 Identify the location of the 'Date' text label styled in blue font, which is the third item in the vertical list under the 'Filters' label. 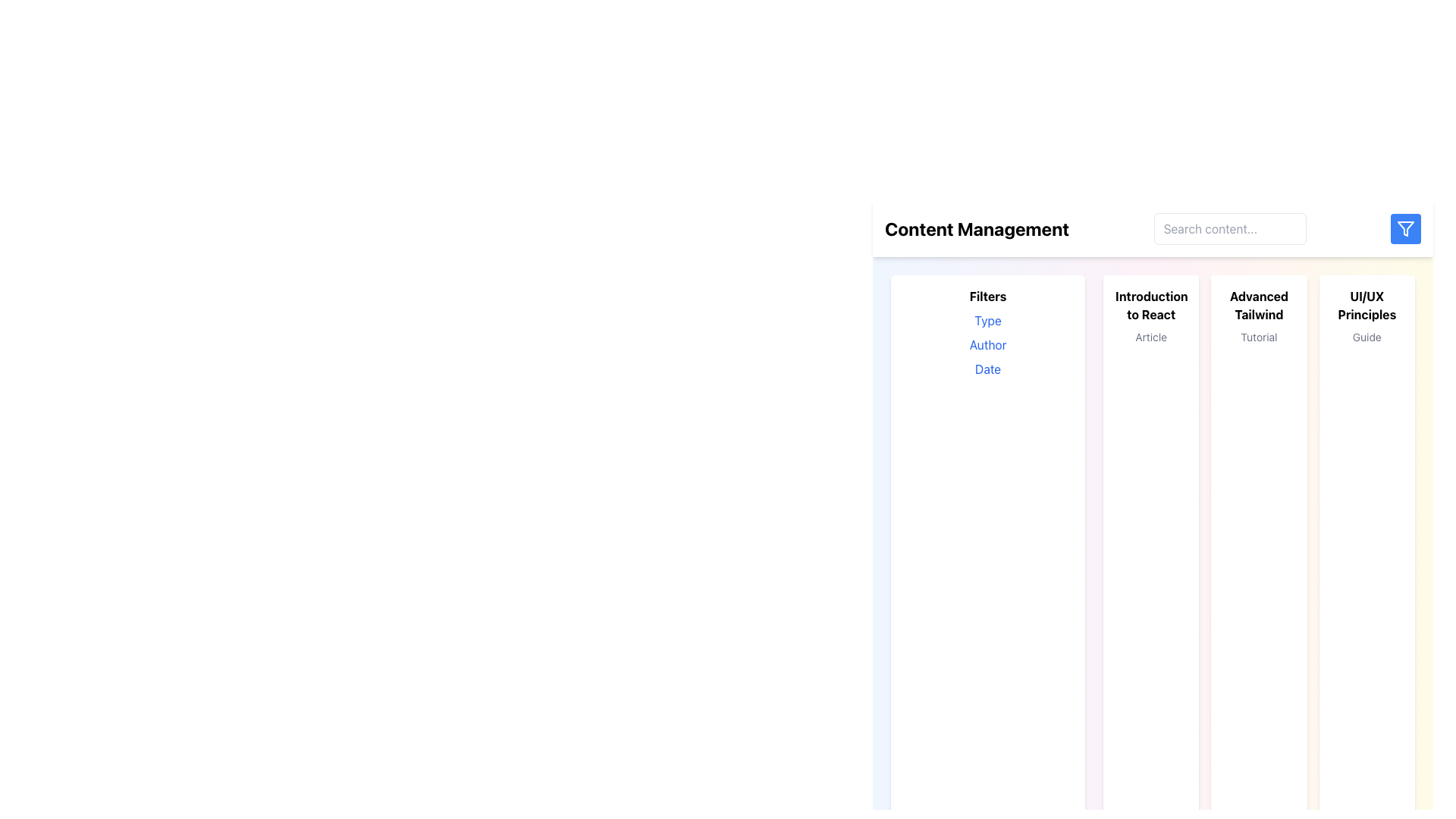
(987, 369).